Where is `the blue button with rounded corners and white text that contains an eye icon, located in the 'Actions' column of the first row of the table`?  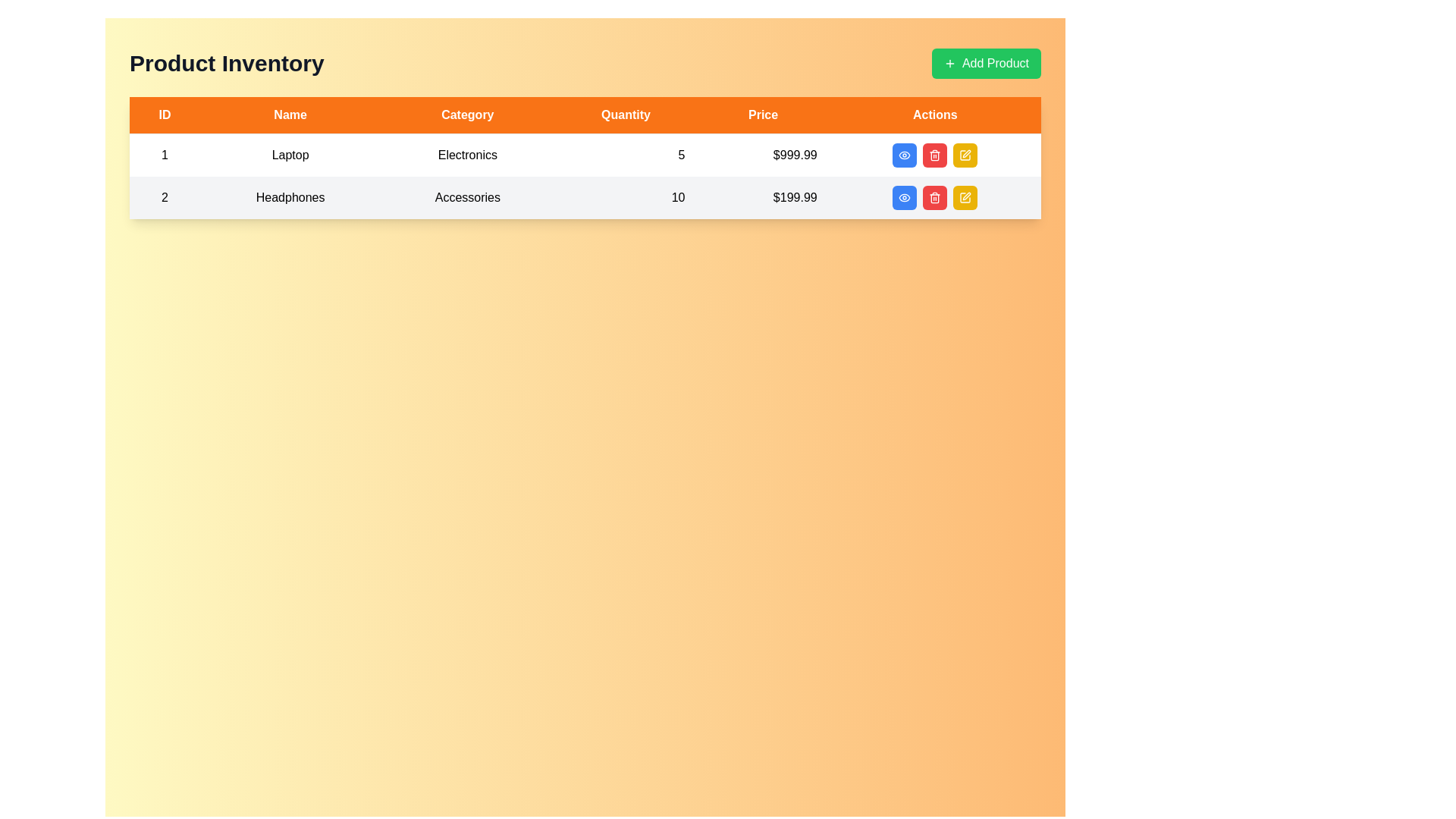 the blue button with rounded corners and white text that contains an eye icon, located in the 'Actions' column of the first row of the table is located at coordinates (905, 155).